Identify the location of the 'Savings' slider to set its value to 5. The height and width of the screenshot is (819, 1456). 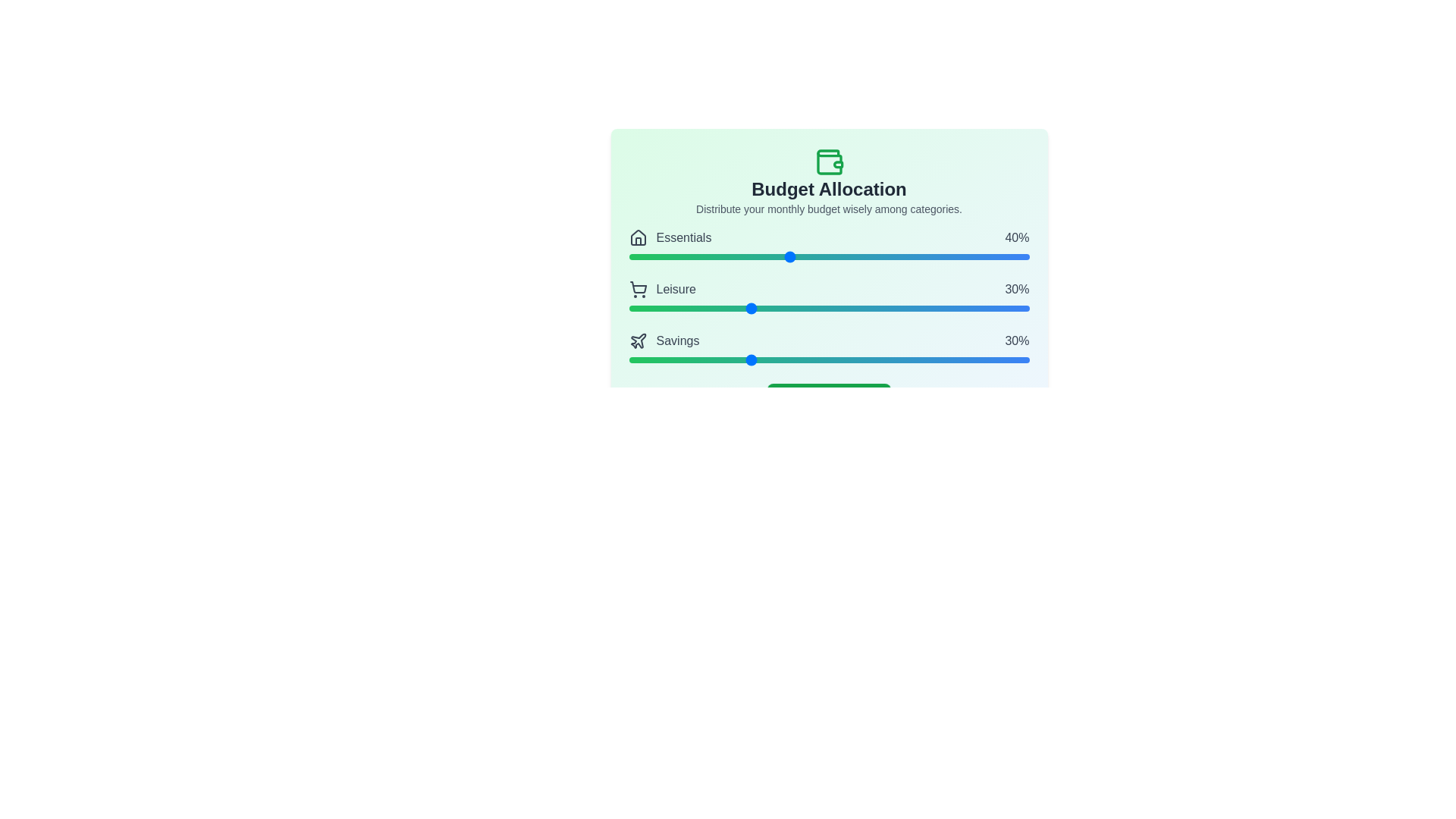
(648, 359).